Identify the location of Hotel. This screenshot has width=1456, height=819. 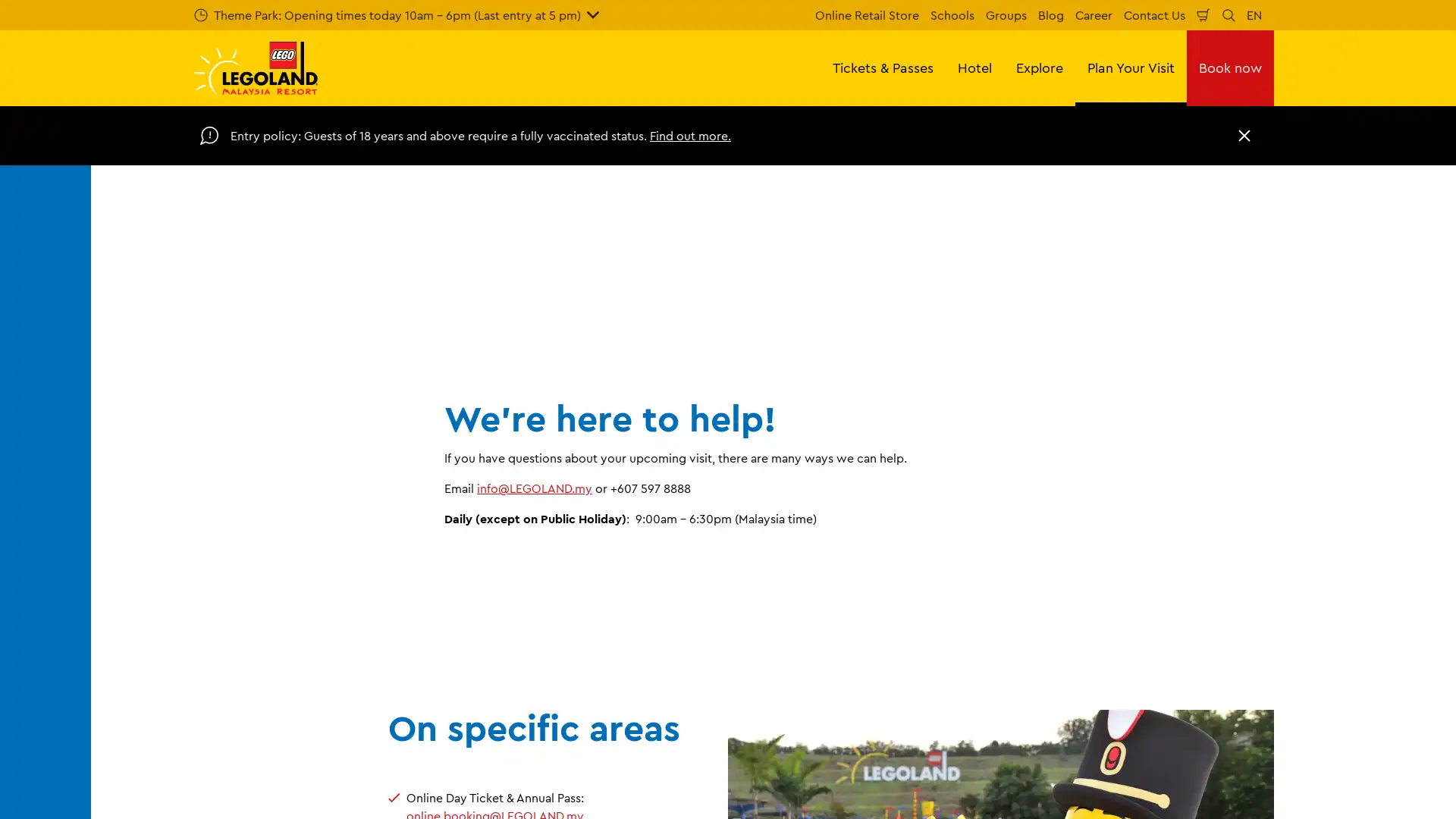
(974, 67).